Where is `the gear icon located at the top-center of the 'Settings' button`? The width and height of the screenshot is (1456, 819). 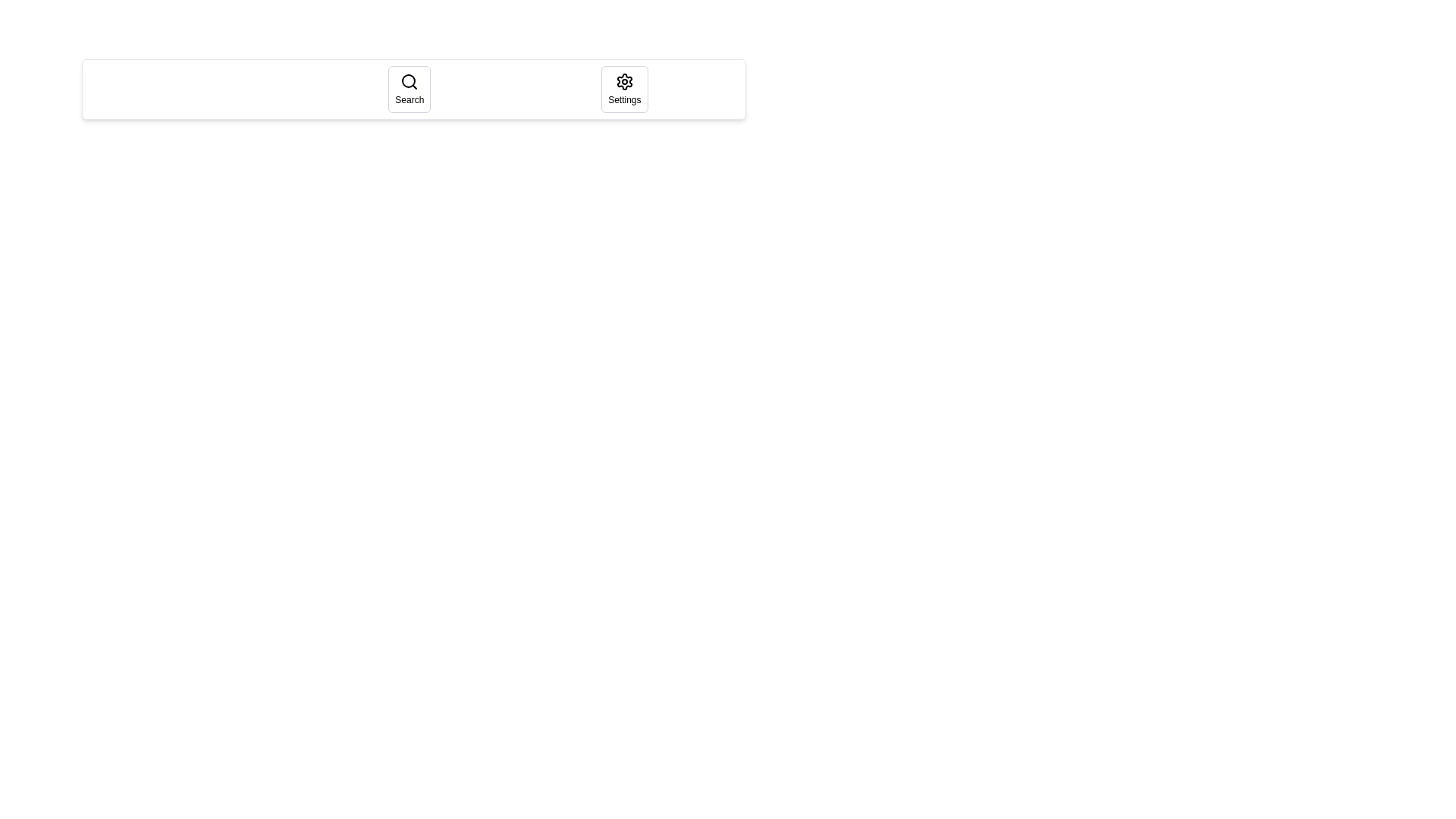
the gear icon located at the top-center of the 'Settings' button is located at coordinates (624, 82).